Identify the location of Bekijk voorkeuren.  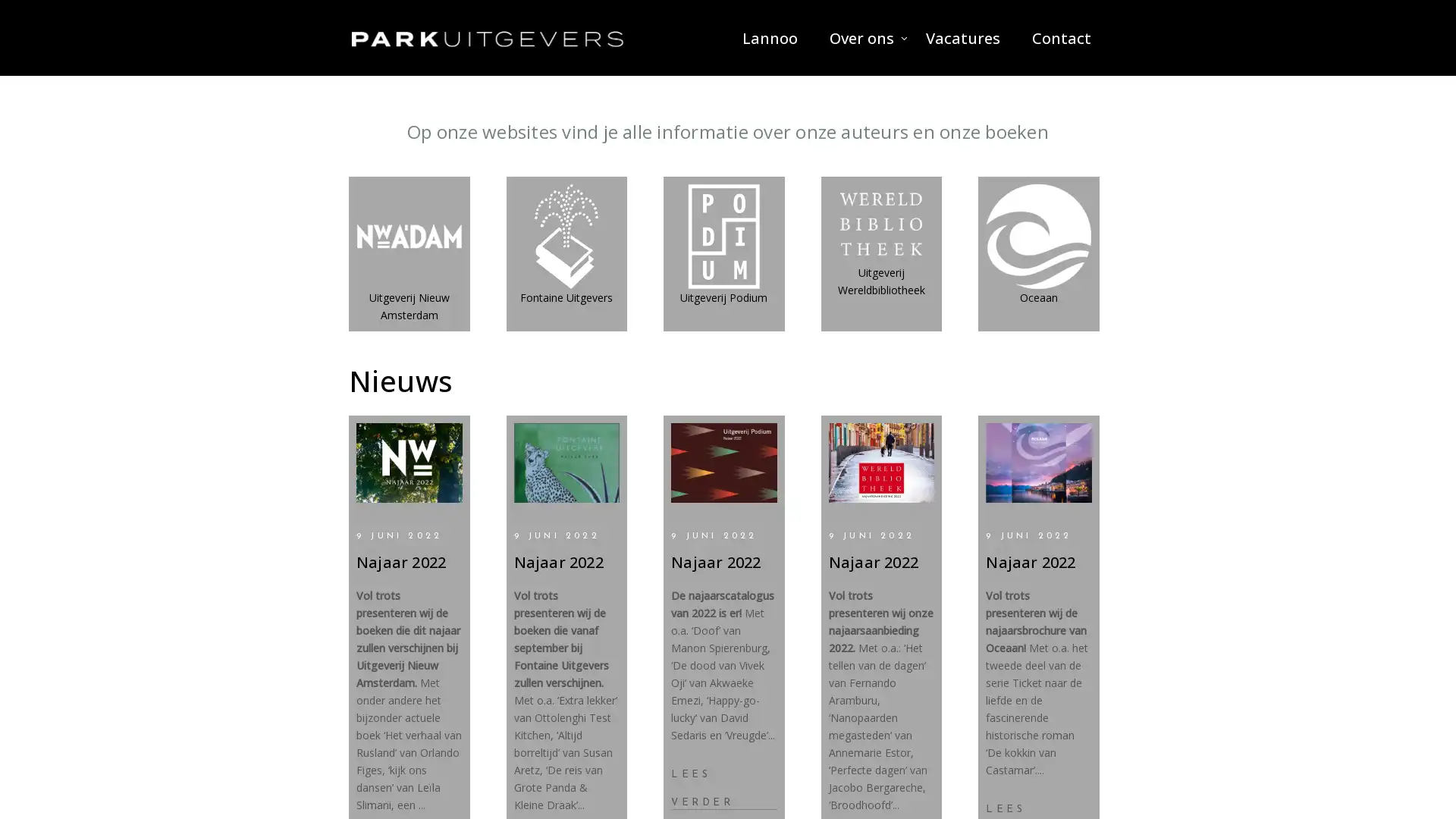
(855, 463).